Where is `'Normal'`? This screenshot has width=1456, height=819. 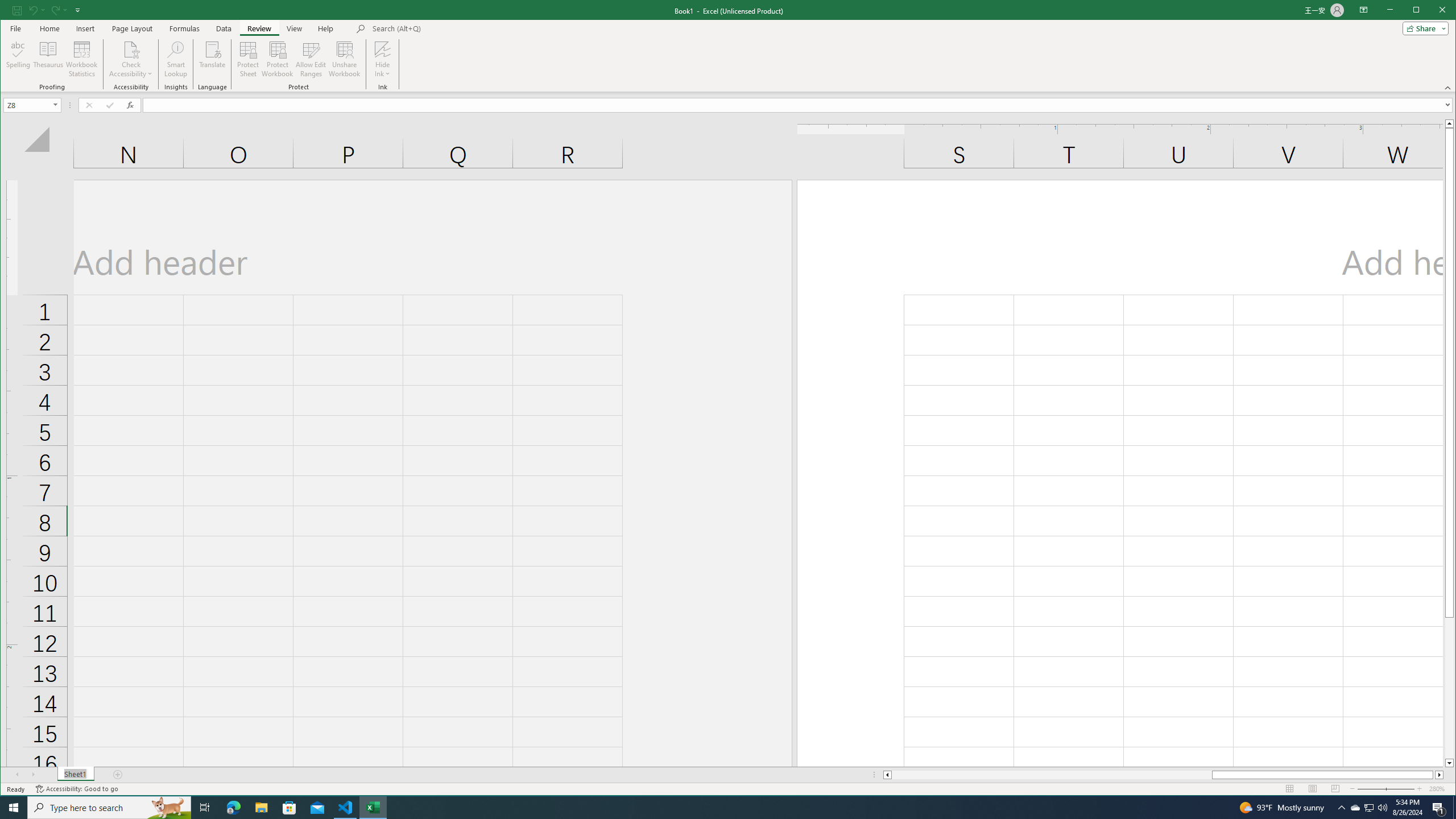 'Normal' is located at coordinates (1289, 788).